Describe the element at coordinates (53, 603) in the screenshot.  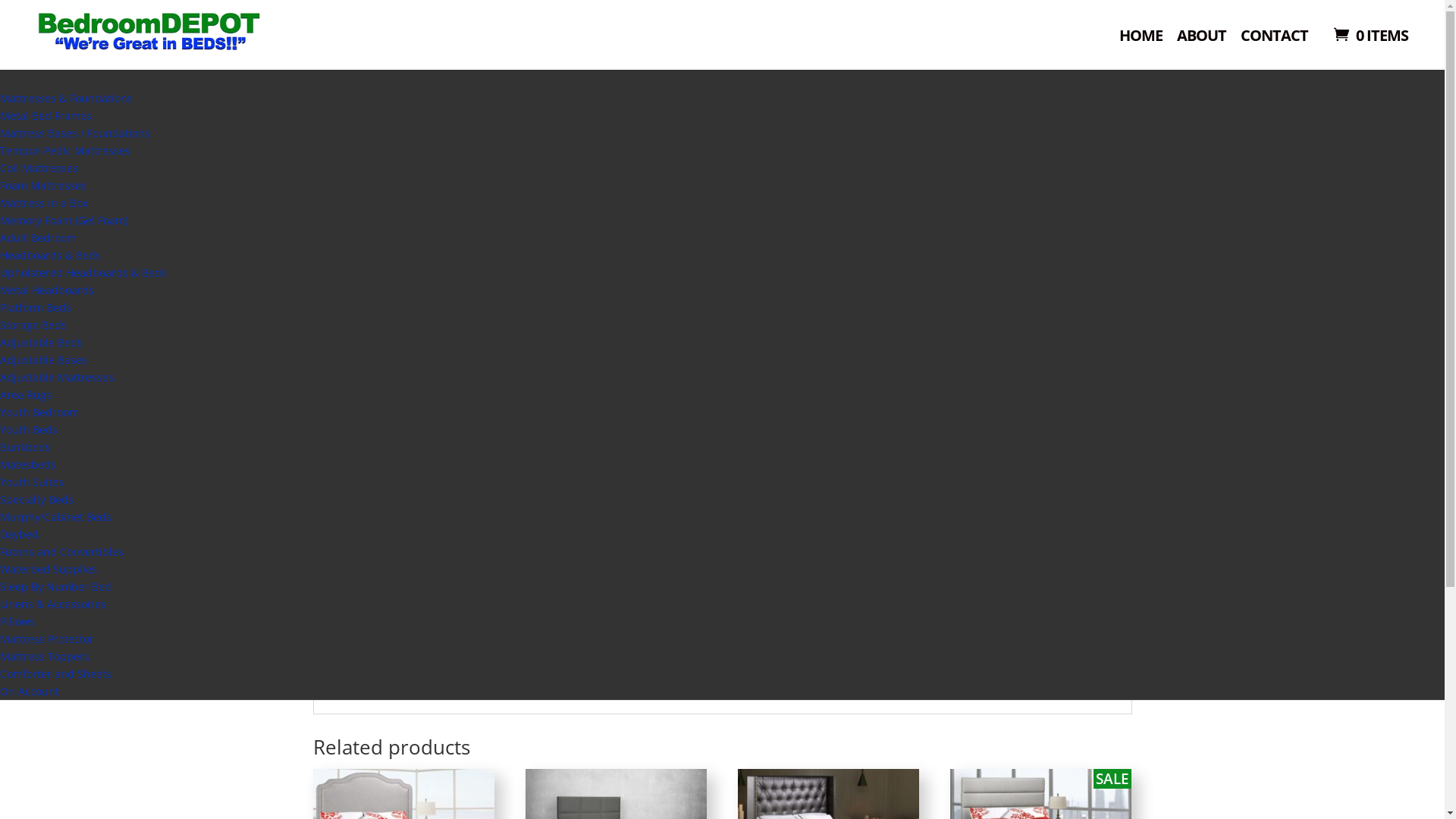
I see `'Linens & Accessories'` at that location.